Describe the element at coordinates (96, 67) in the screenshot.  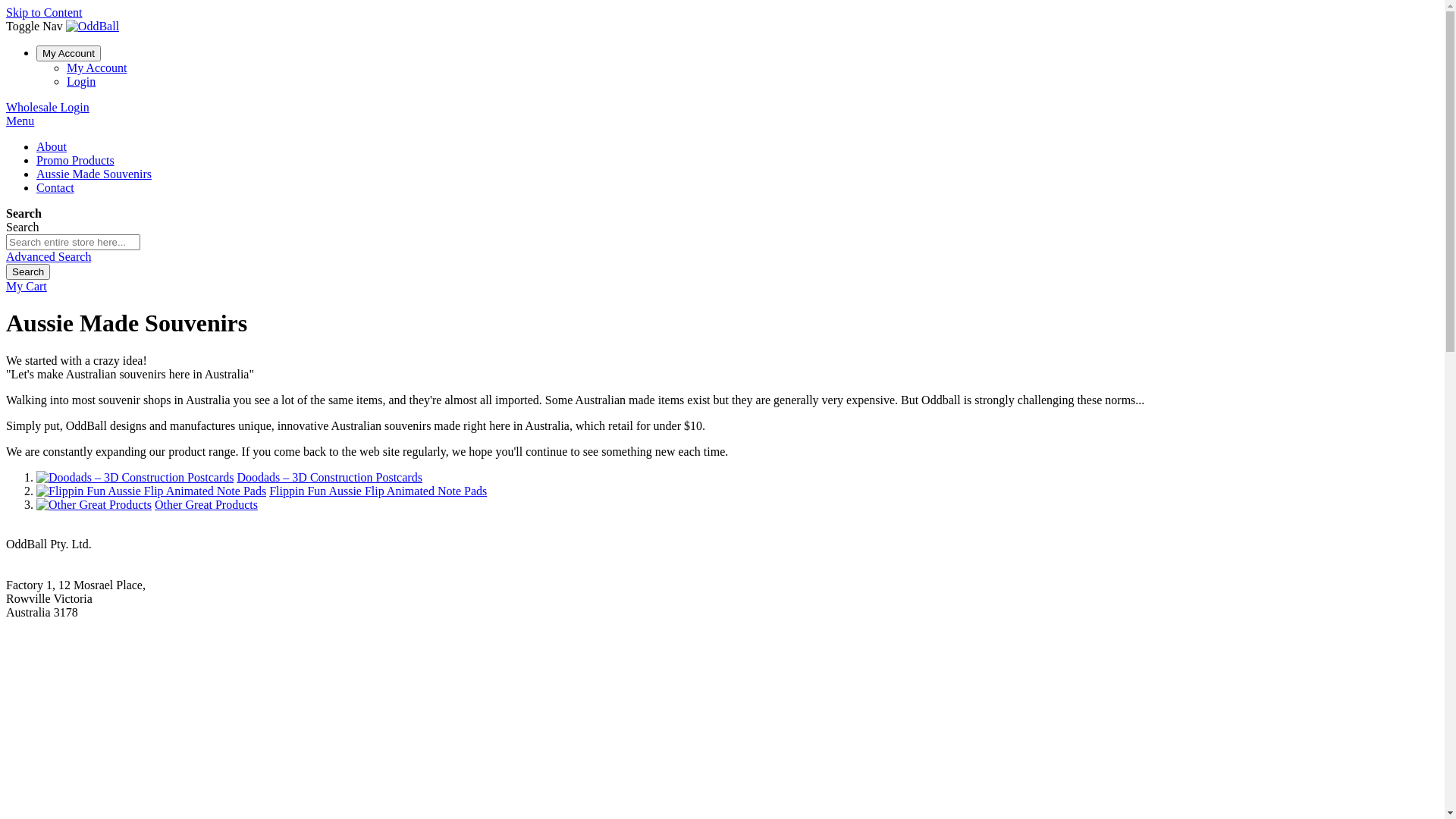
I see `'My Account'` at that location.